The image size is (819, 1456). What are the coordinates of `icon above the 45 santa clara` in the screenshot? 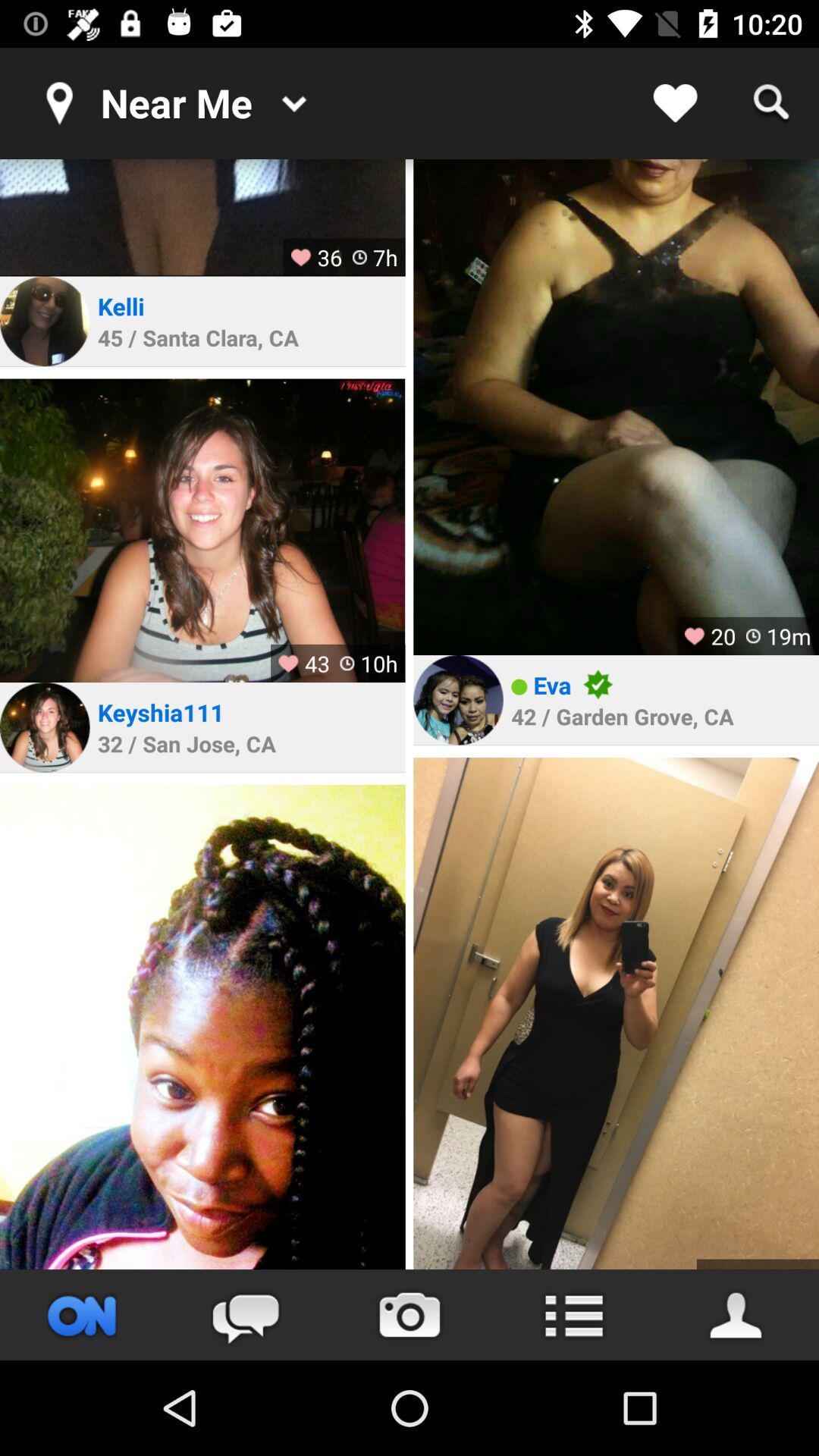 It's located at (123, 305).